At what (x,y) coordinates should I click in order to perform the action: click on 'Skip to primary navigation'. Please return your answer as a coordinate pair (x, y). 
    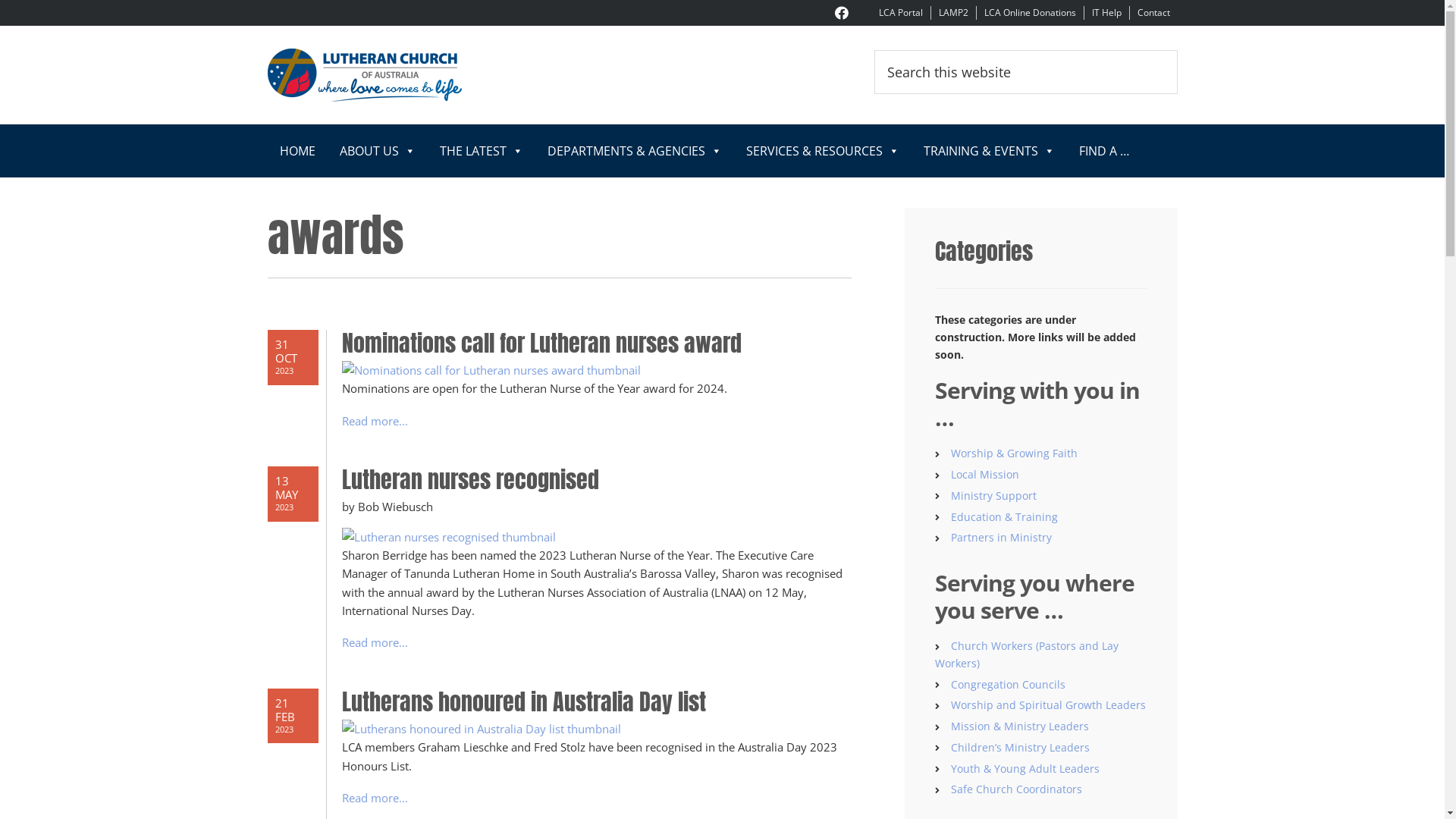
    Looking at the image, I should click on (0, 0).